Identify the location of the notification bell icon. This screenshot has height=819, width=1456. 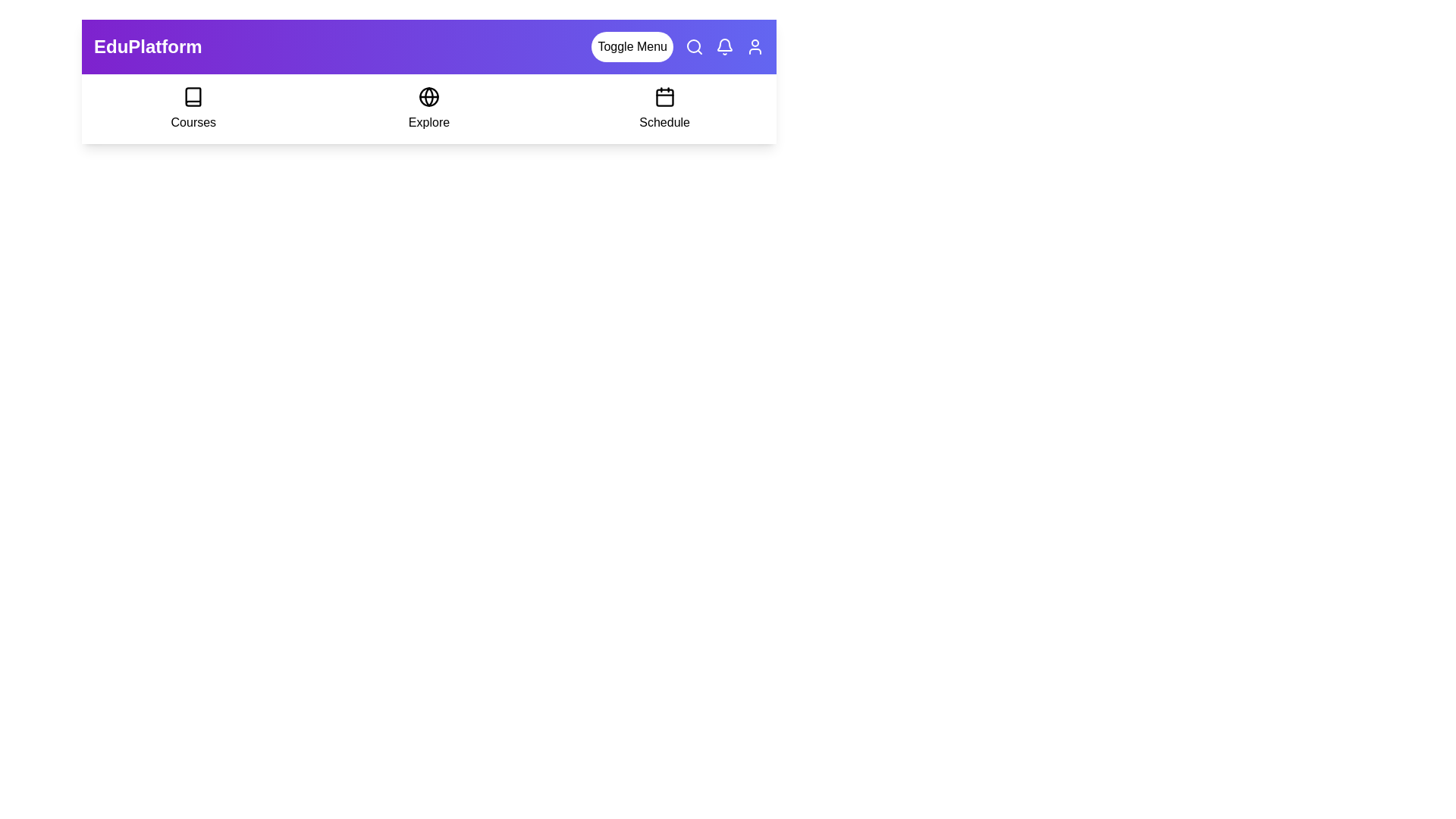
(723, 45).